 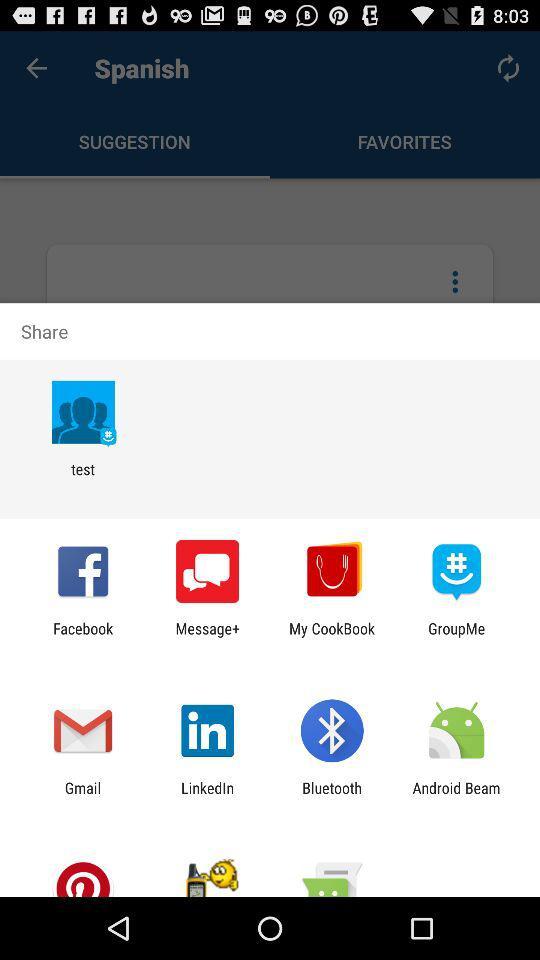 I want to click on app next to bluetooth app, so click(x=206, y=796).